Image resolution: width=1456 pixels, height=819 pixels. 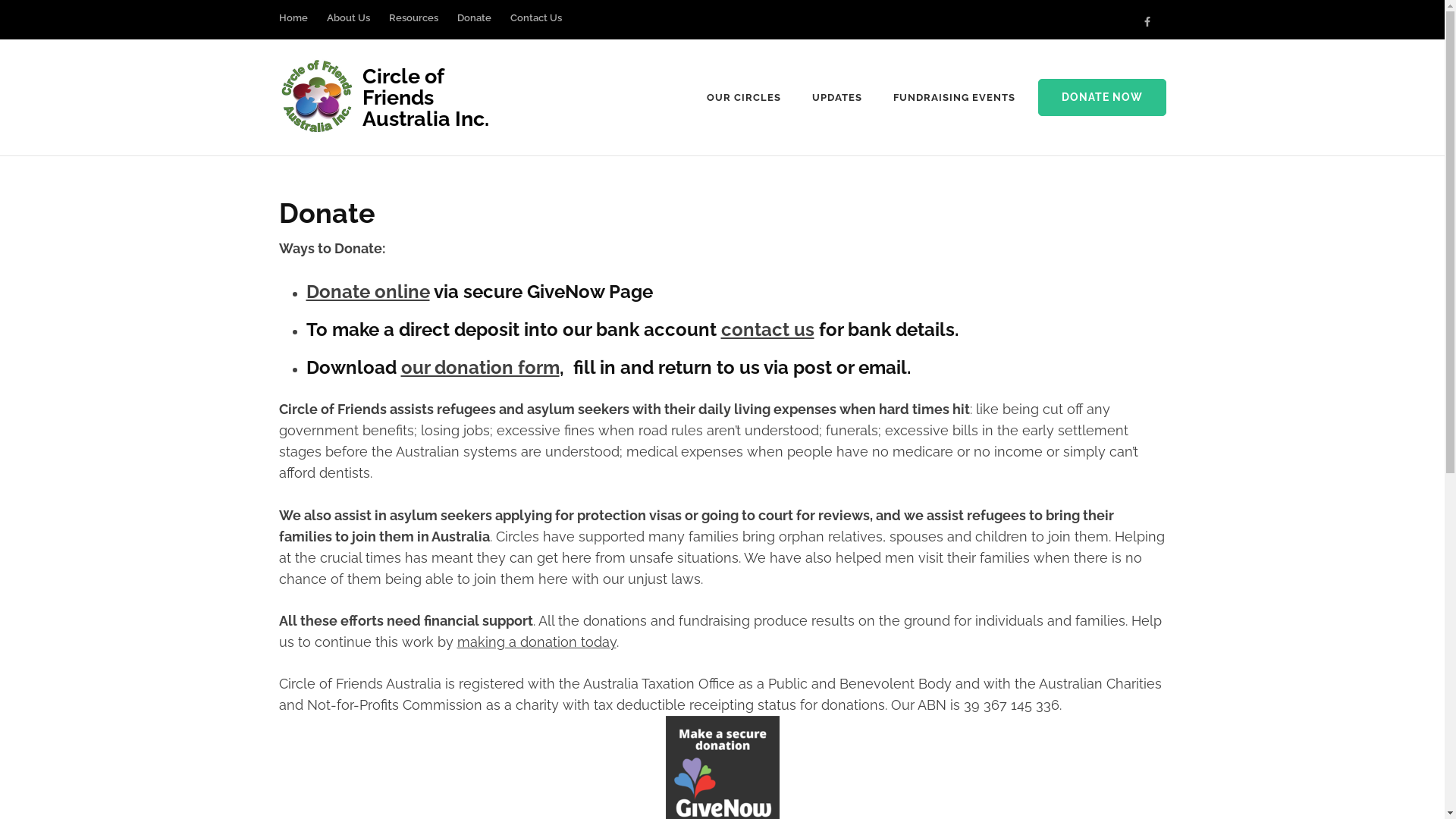 I want to click on 'Donate', so click(x=472, y=25).